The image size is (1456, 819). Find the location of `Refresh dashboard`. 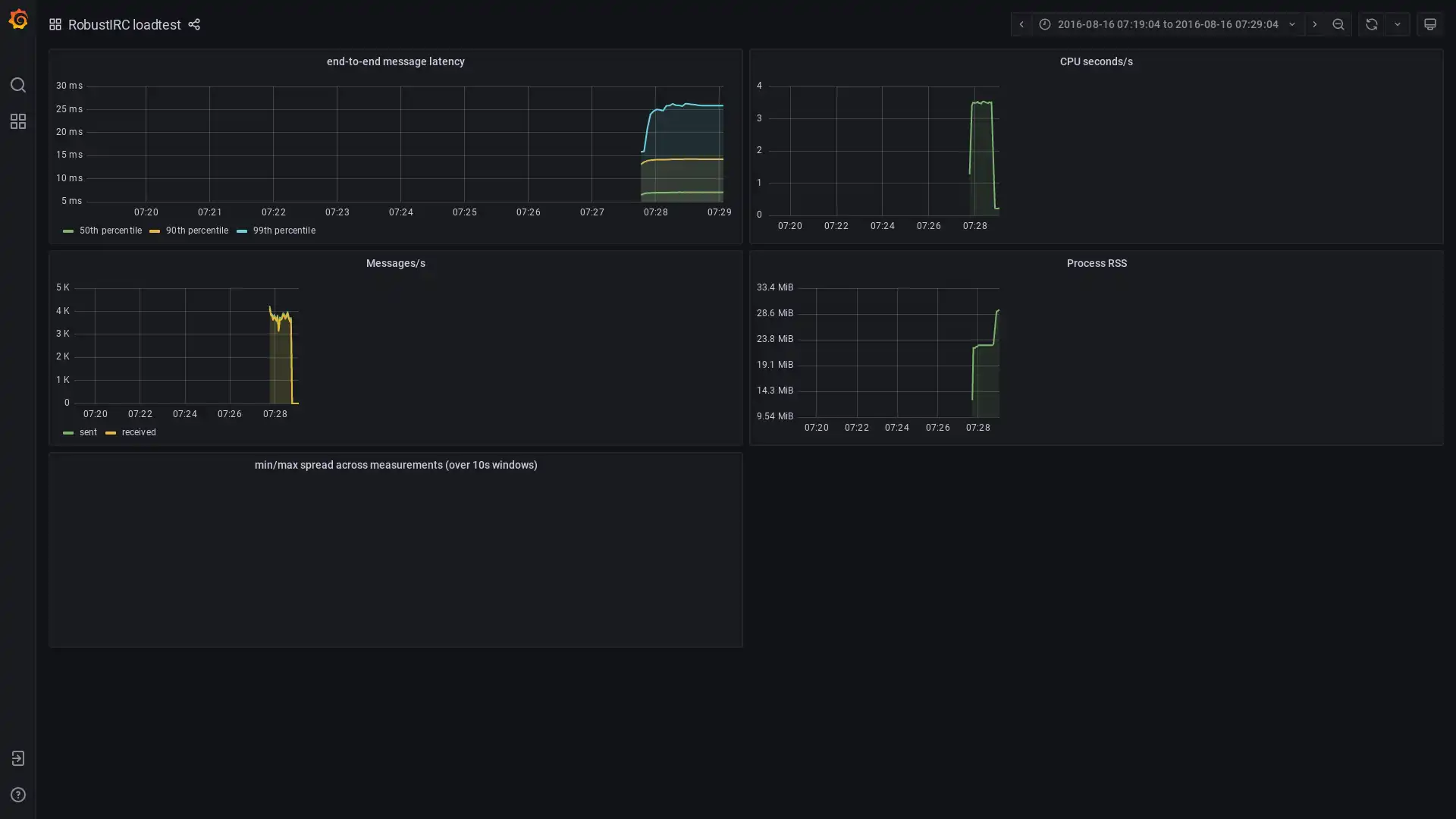

Refresh dashboard is located at coordinates (1371, 24).